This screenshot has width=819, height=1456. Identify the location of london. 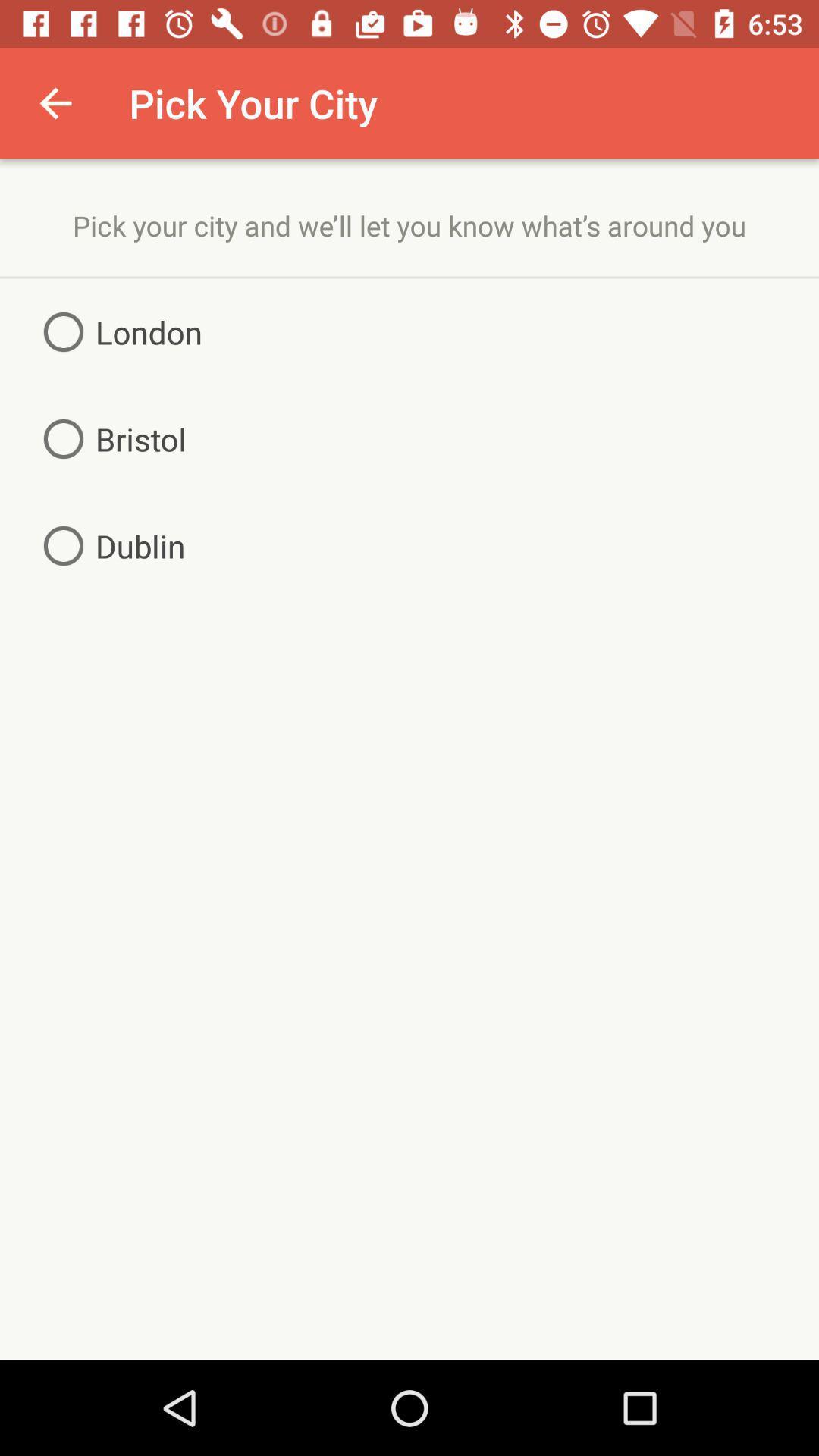
(116, 331).